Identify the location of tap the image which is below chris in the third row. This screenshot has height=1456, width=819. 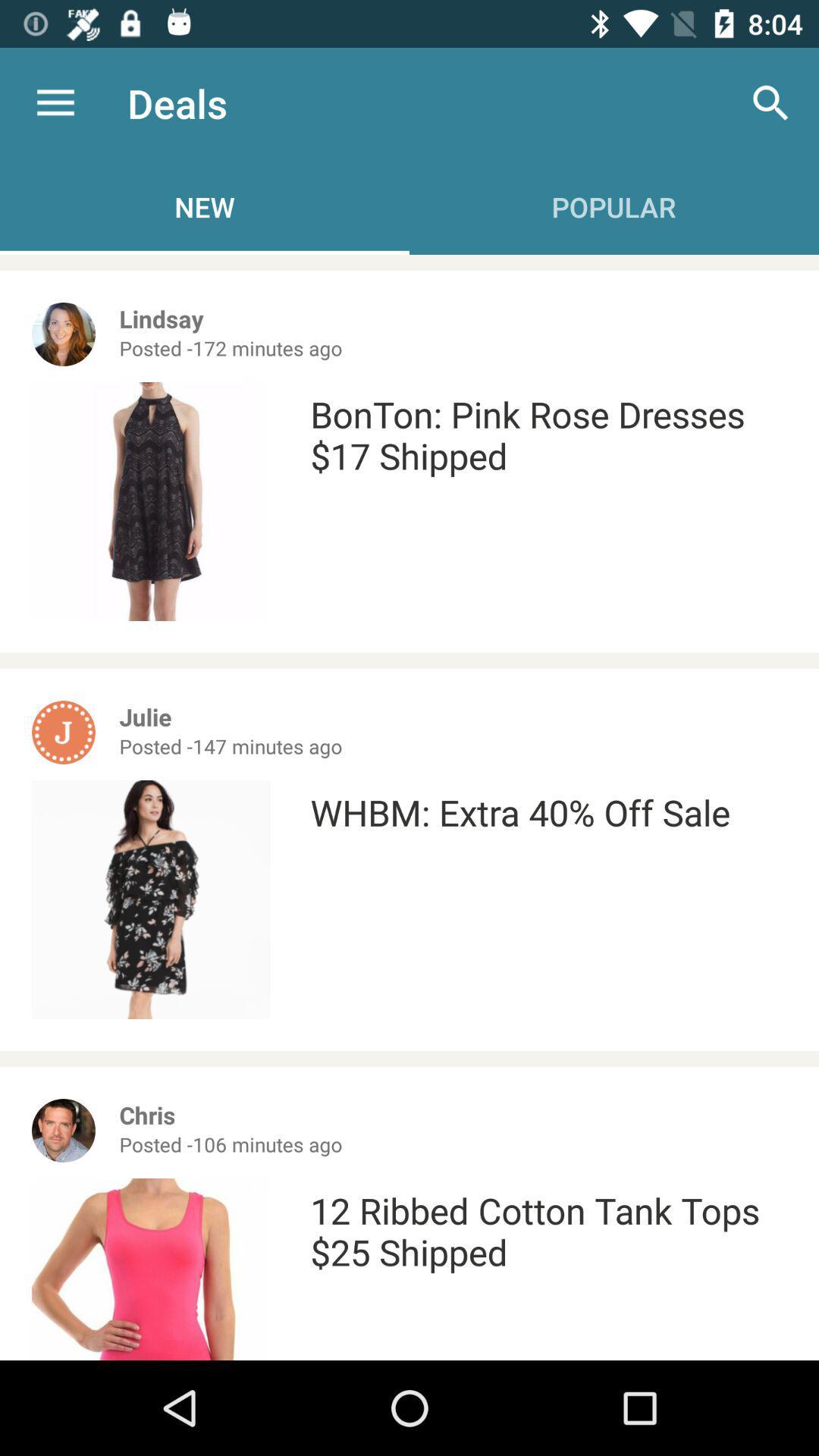
(151, 1269).